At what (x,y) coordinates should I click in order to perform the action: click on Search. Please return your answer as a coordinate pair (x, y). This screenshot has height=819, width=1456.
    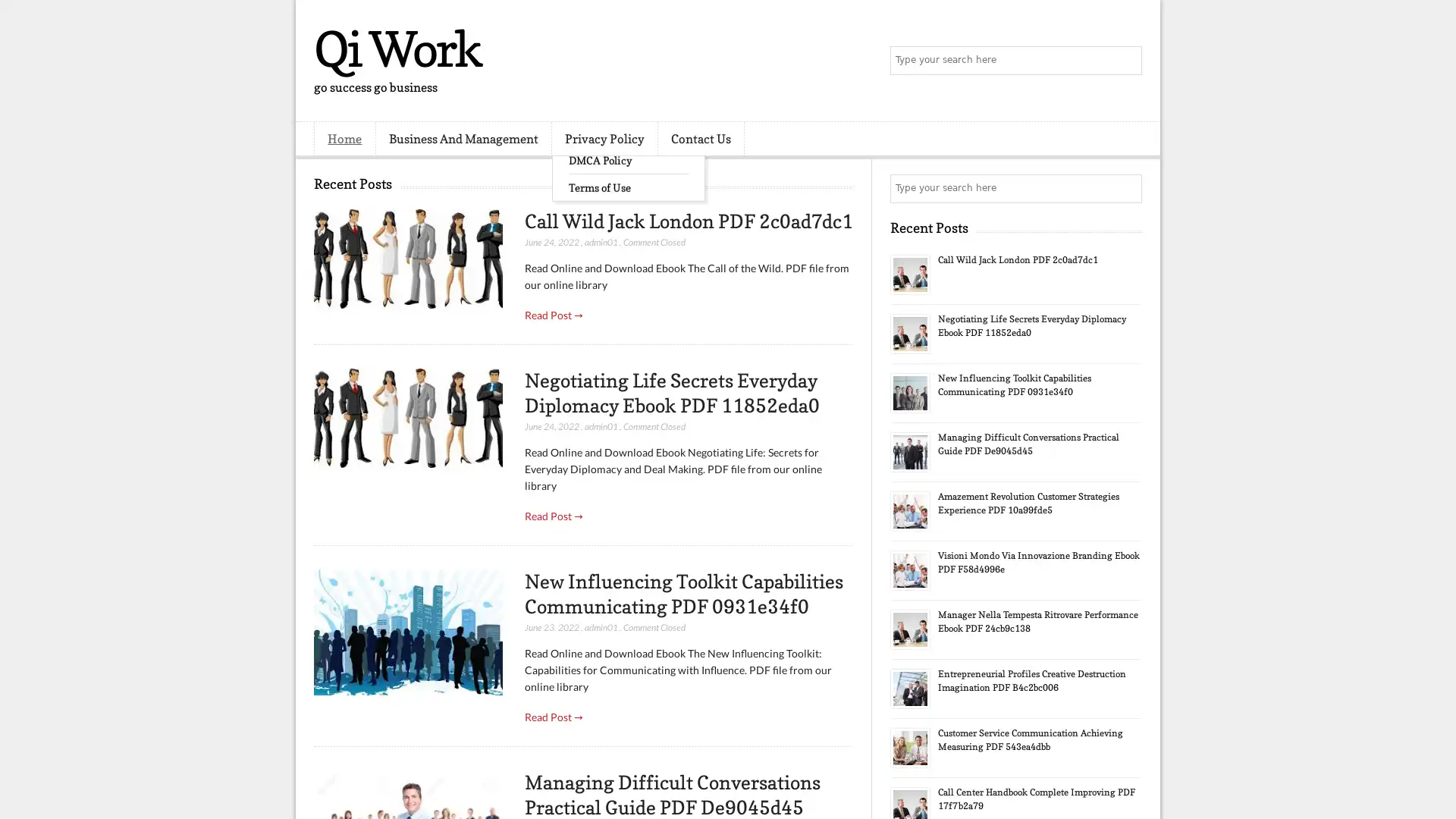
    Looking at the image, I should click on (1126, 61).